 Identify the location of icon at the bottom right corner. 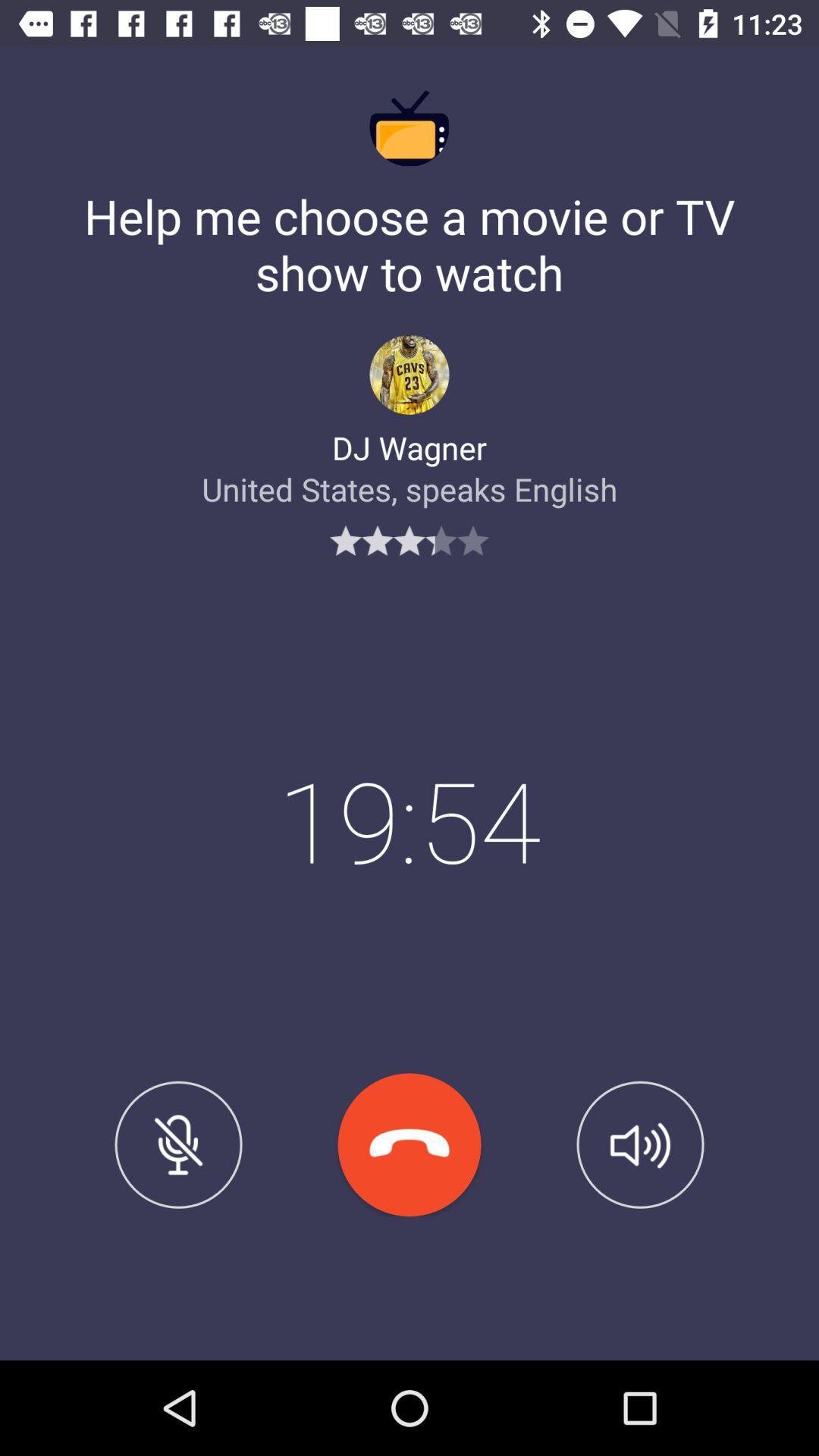
(640, 1144).